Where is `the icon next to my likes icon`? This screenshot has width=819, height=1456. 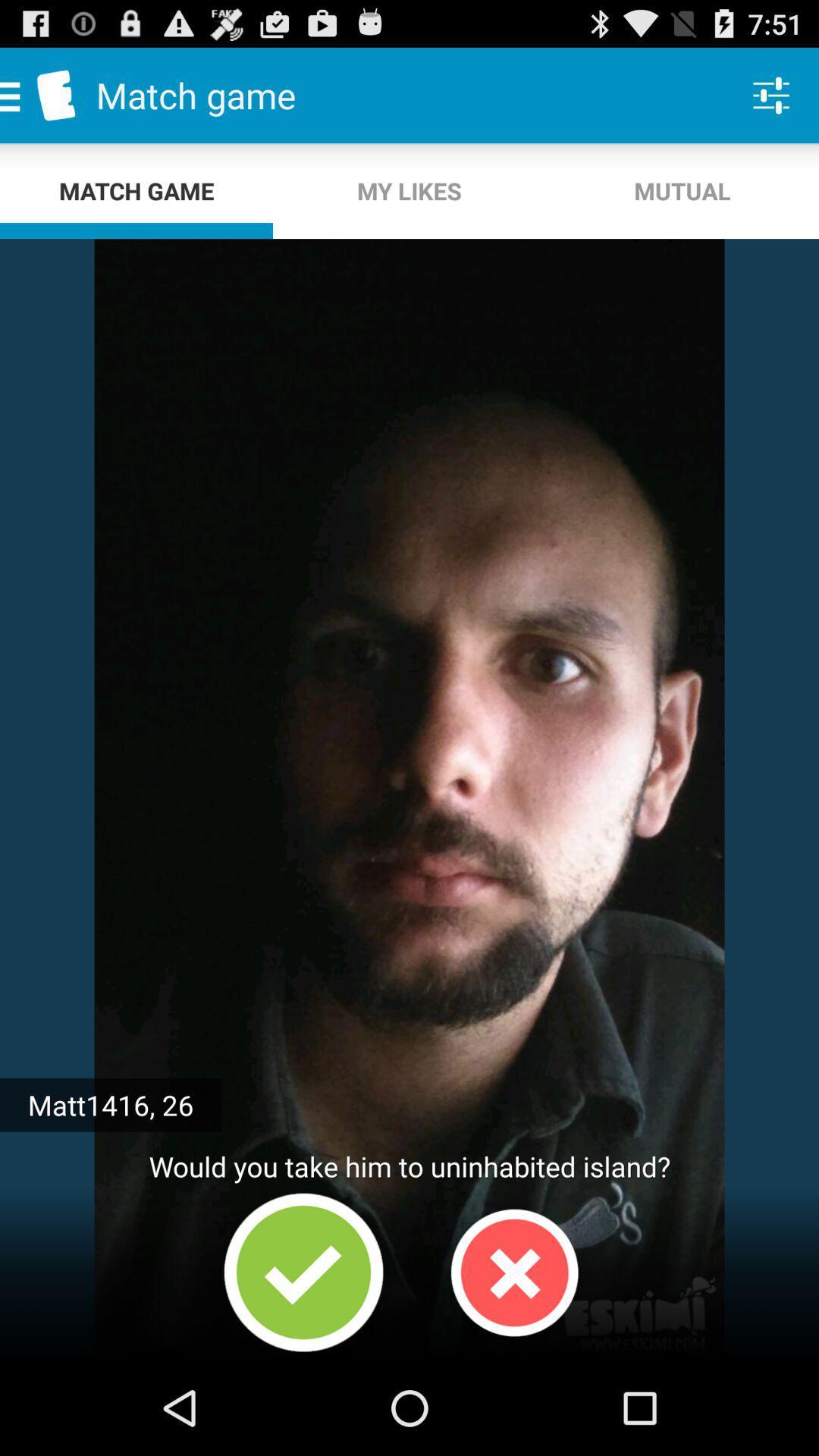
the icon next to my likes icon is located at coordinates (681, 190).